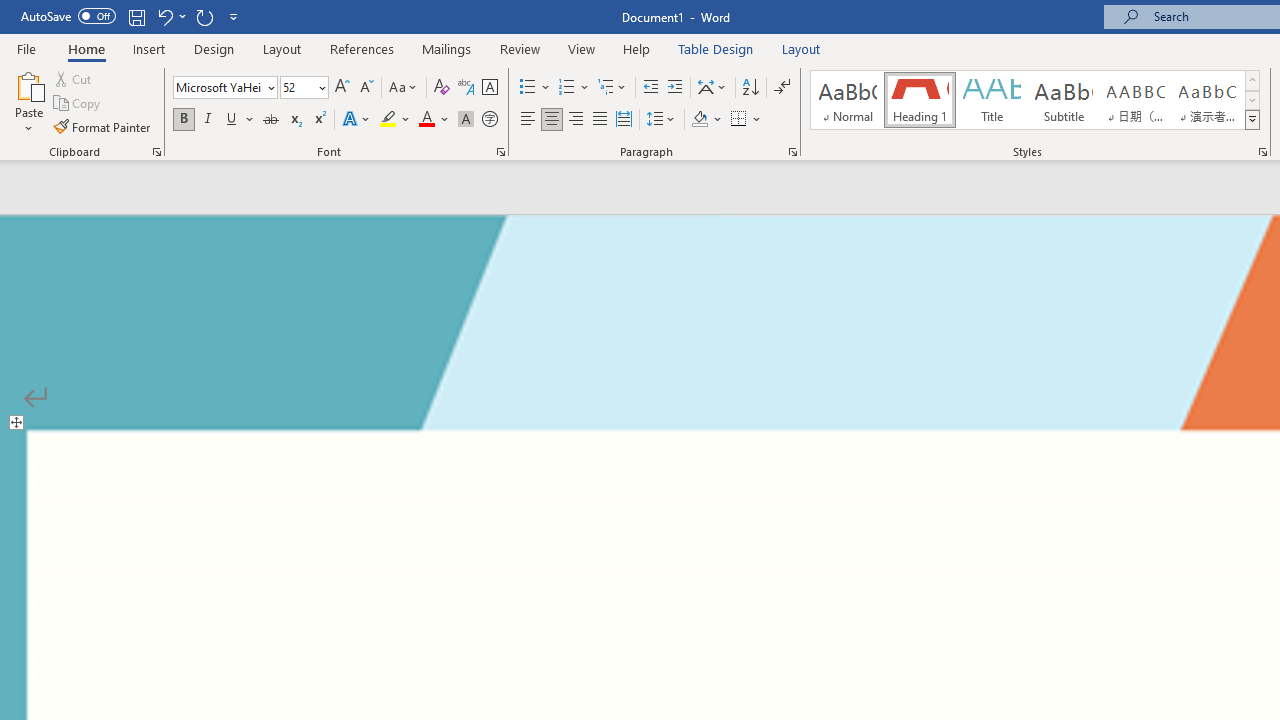 The image size is (1280, 720). What do you see at coordinates (919, 100) in the screenshot?
I see `'Heading 1'` at bounding box center [919, 100].